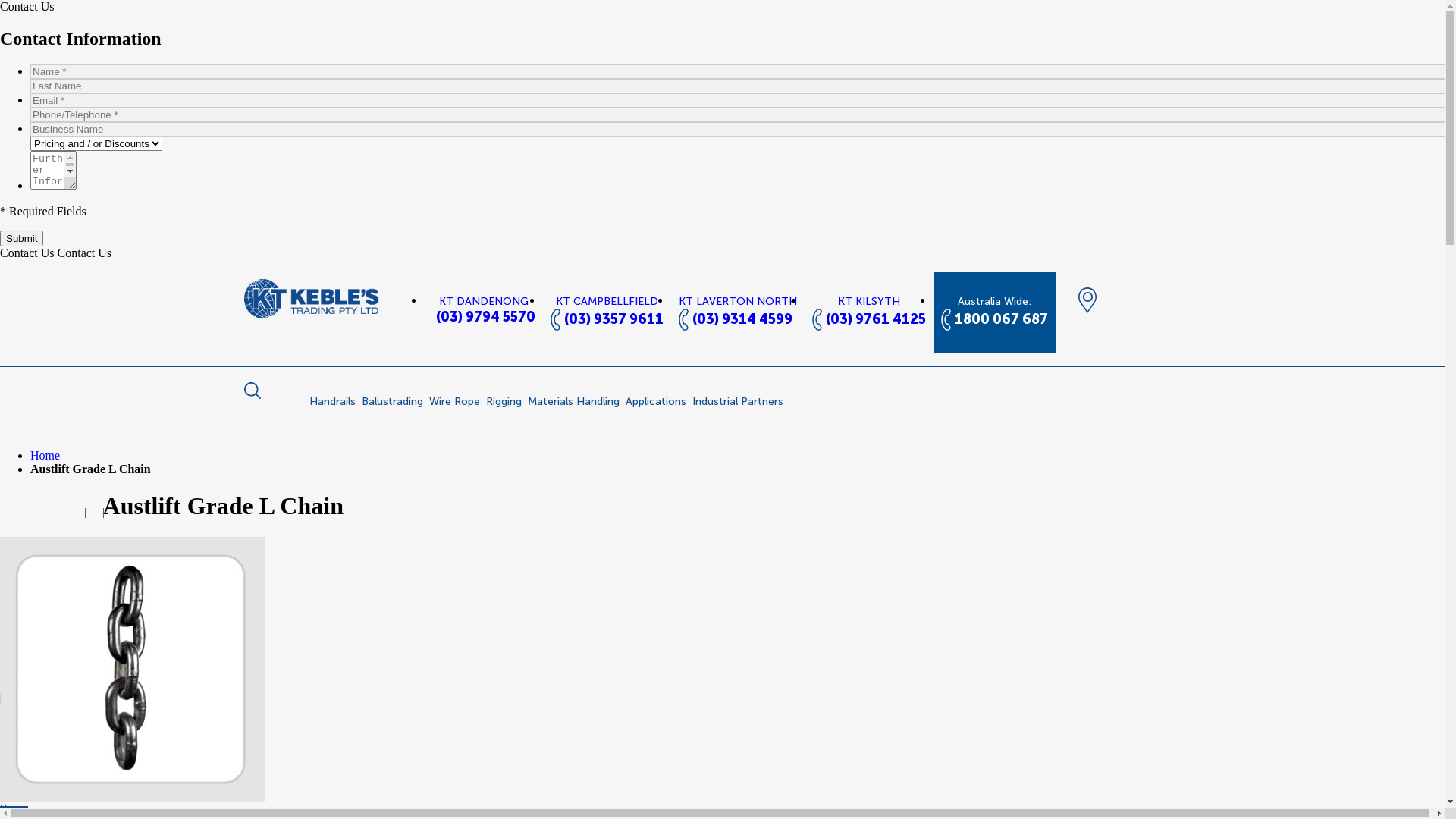 The image size is (1456, 819). Describe the element at coordinates (503, 400) in the screenshot. I see `'Rigging'` at that location.